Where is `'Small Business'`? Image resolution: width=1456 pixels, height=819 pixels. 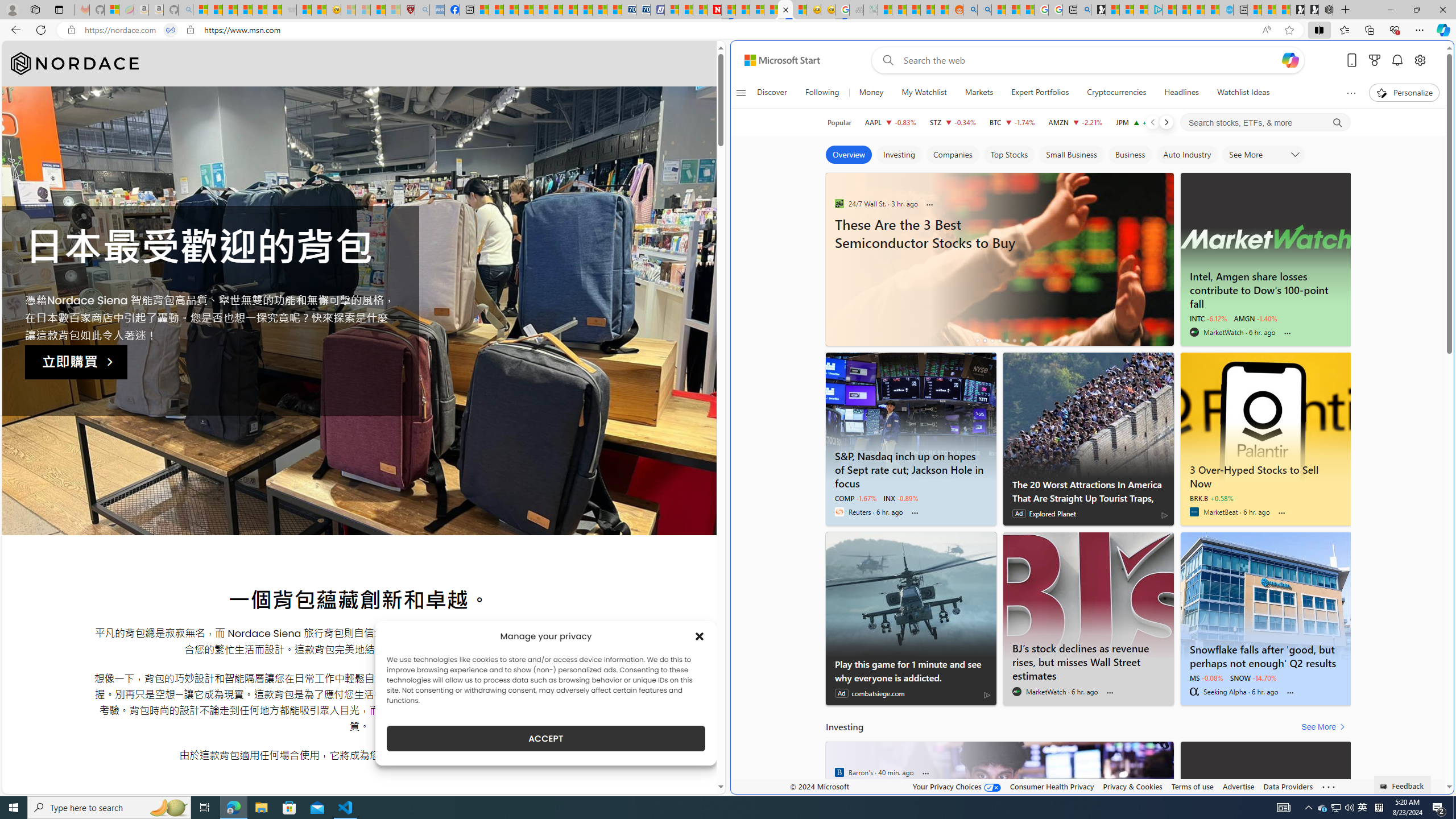
'Small Business' is located at coordinates (1071, 154).